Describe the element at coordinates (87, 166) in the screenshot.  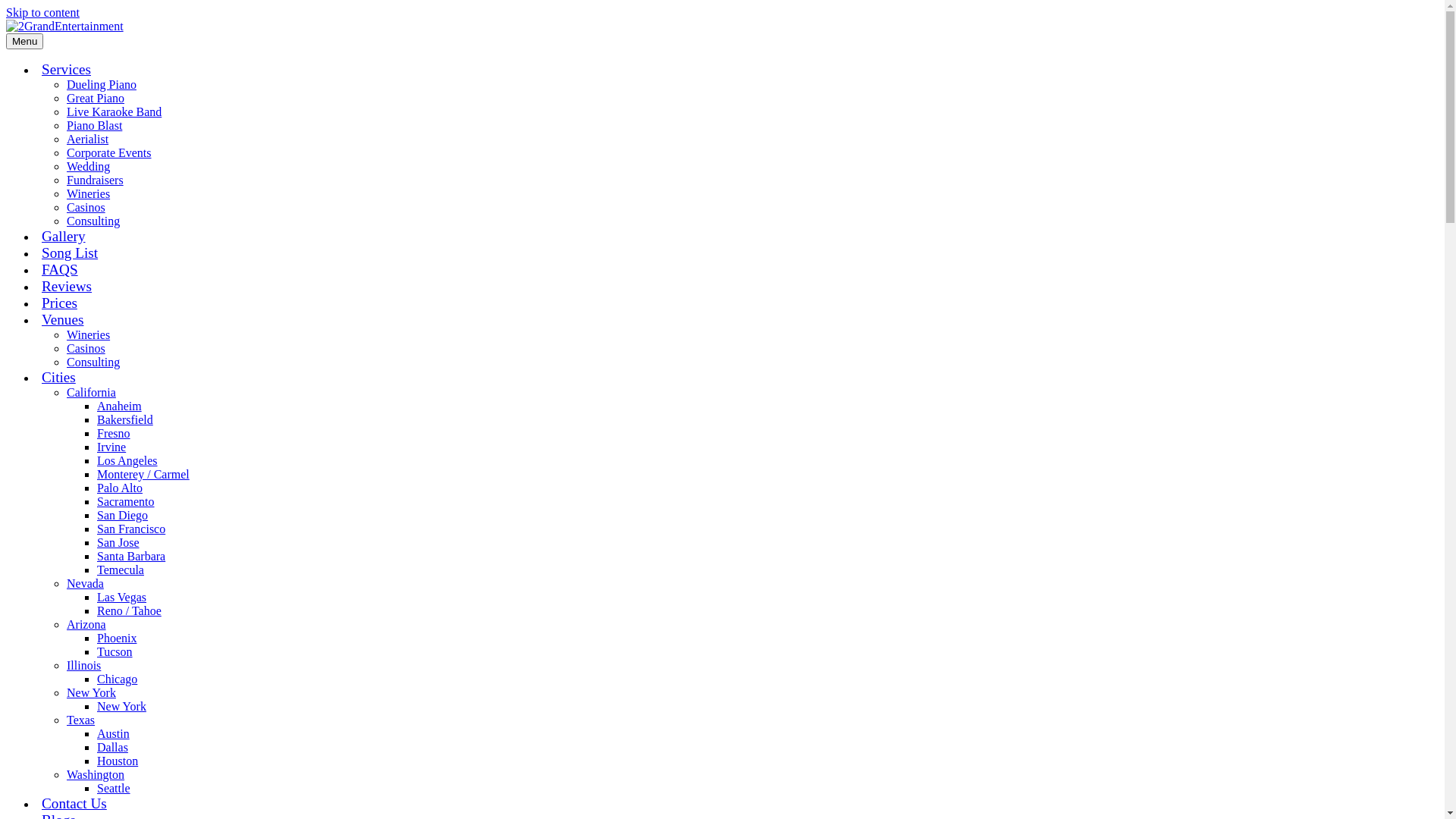
I see `'Wedding'` at that location.